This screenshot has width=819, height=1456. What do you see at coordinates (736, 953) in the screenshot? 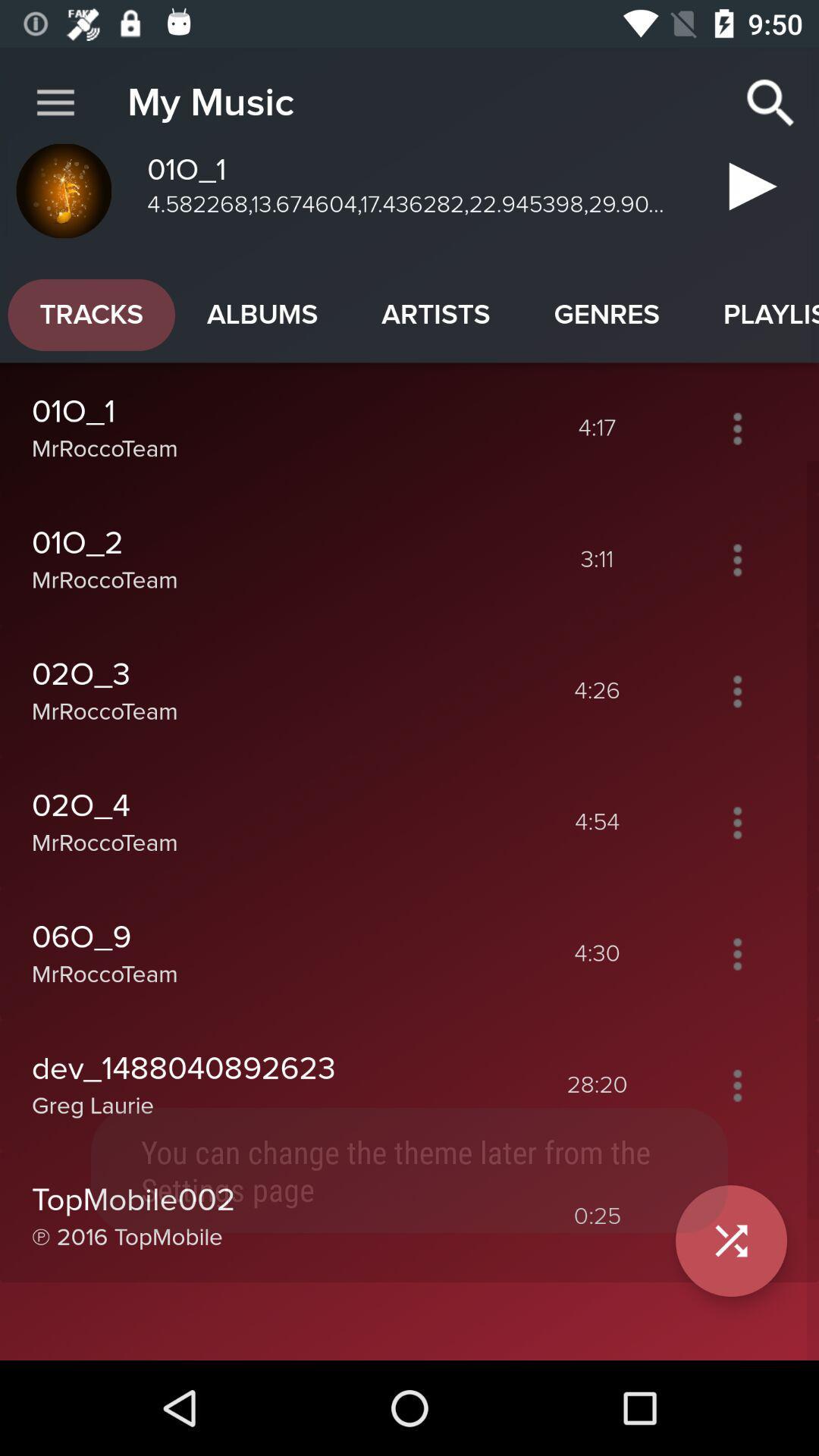
I see `the toggle is used to open the options` at bounding box center [736, 953].